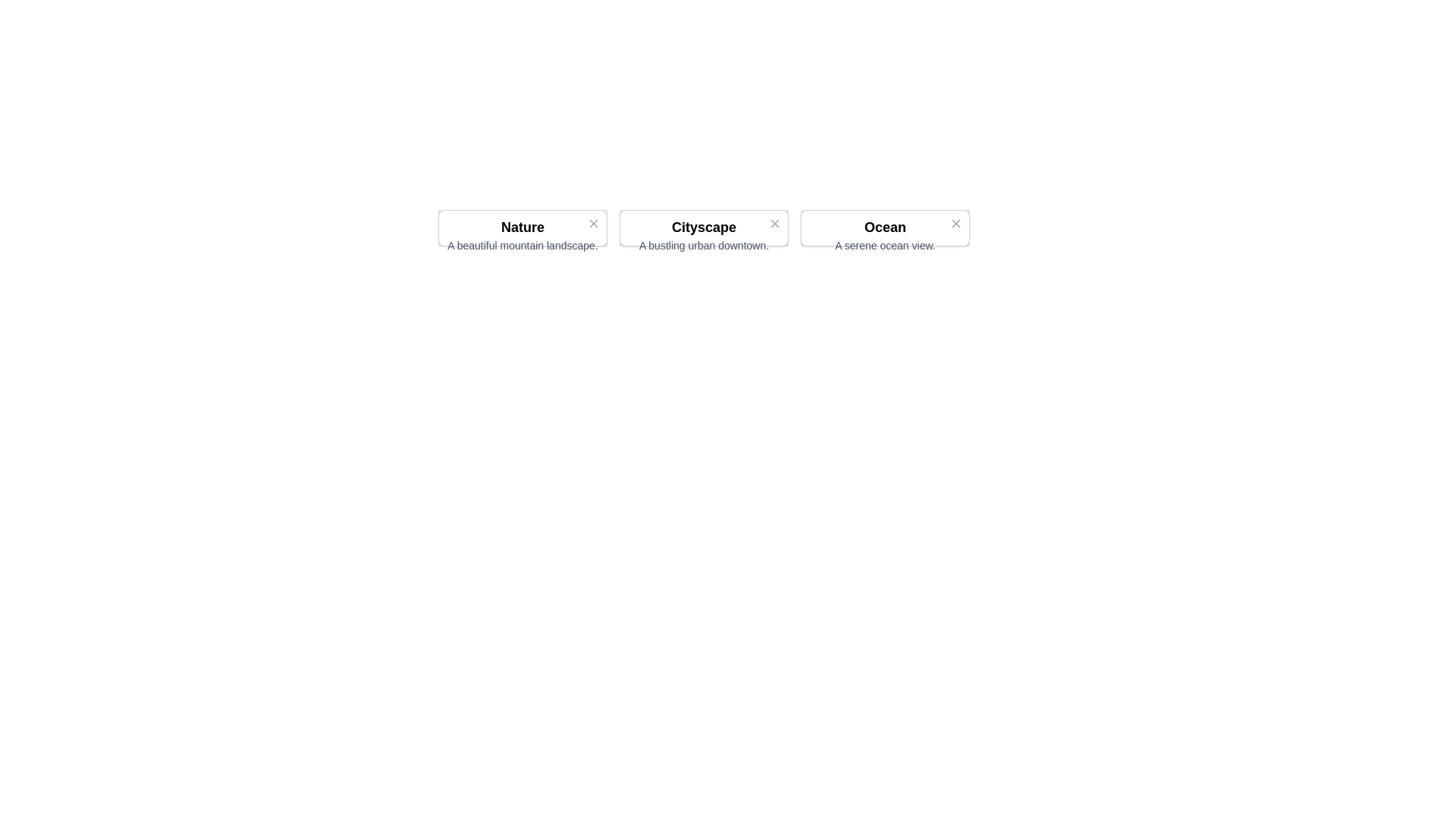  Describe the element at coordinates (775, 226) in the screenshot. I see `the gray 'X' icon button located at the top-right corner of the 'Cityscape' card` at that location.